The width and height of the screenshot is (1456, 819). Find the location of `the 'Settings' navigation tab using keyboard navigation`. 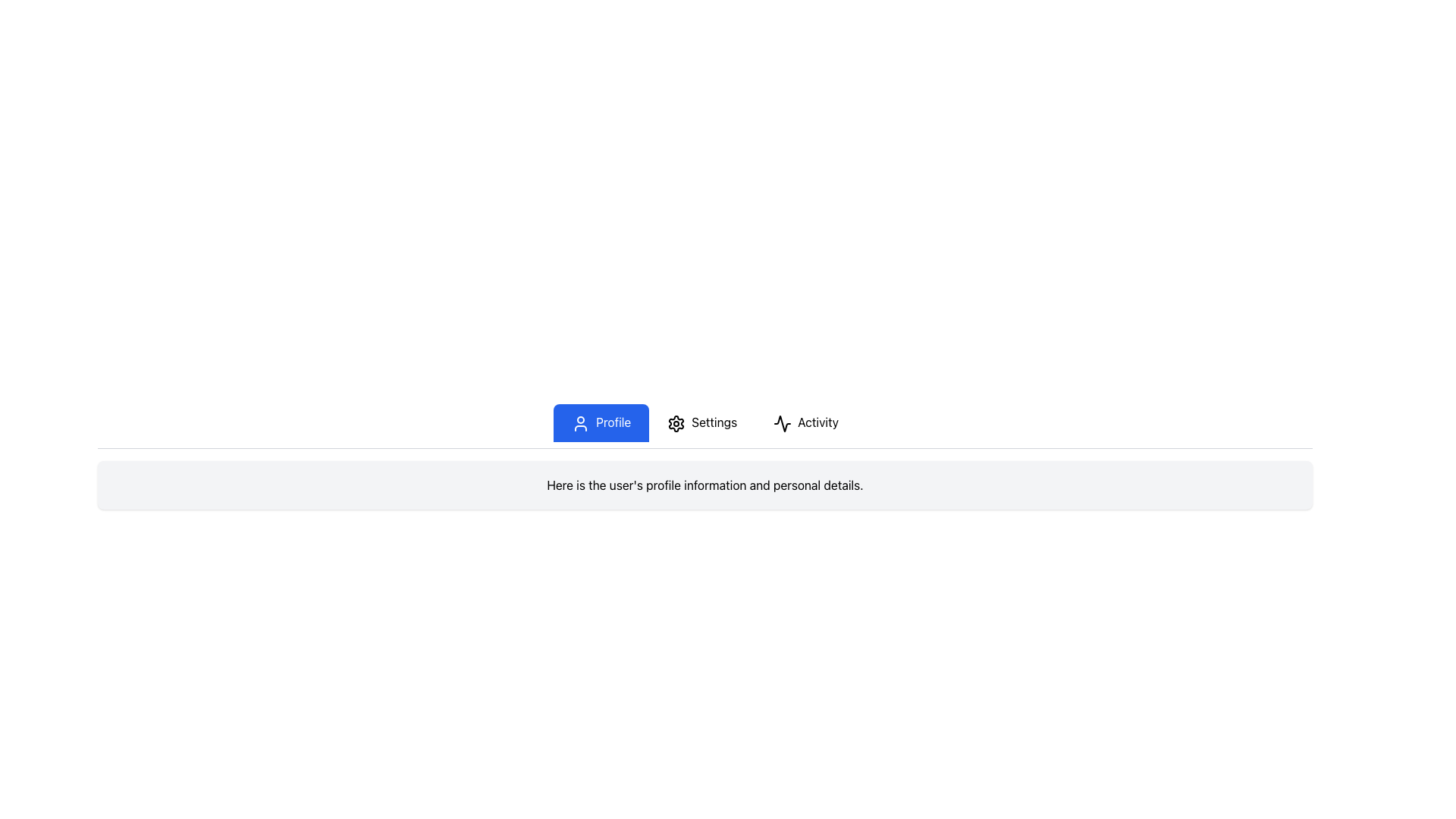

the 'Settings' navigation tab using keyboard navigation is located at coordinates (701, 422).